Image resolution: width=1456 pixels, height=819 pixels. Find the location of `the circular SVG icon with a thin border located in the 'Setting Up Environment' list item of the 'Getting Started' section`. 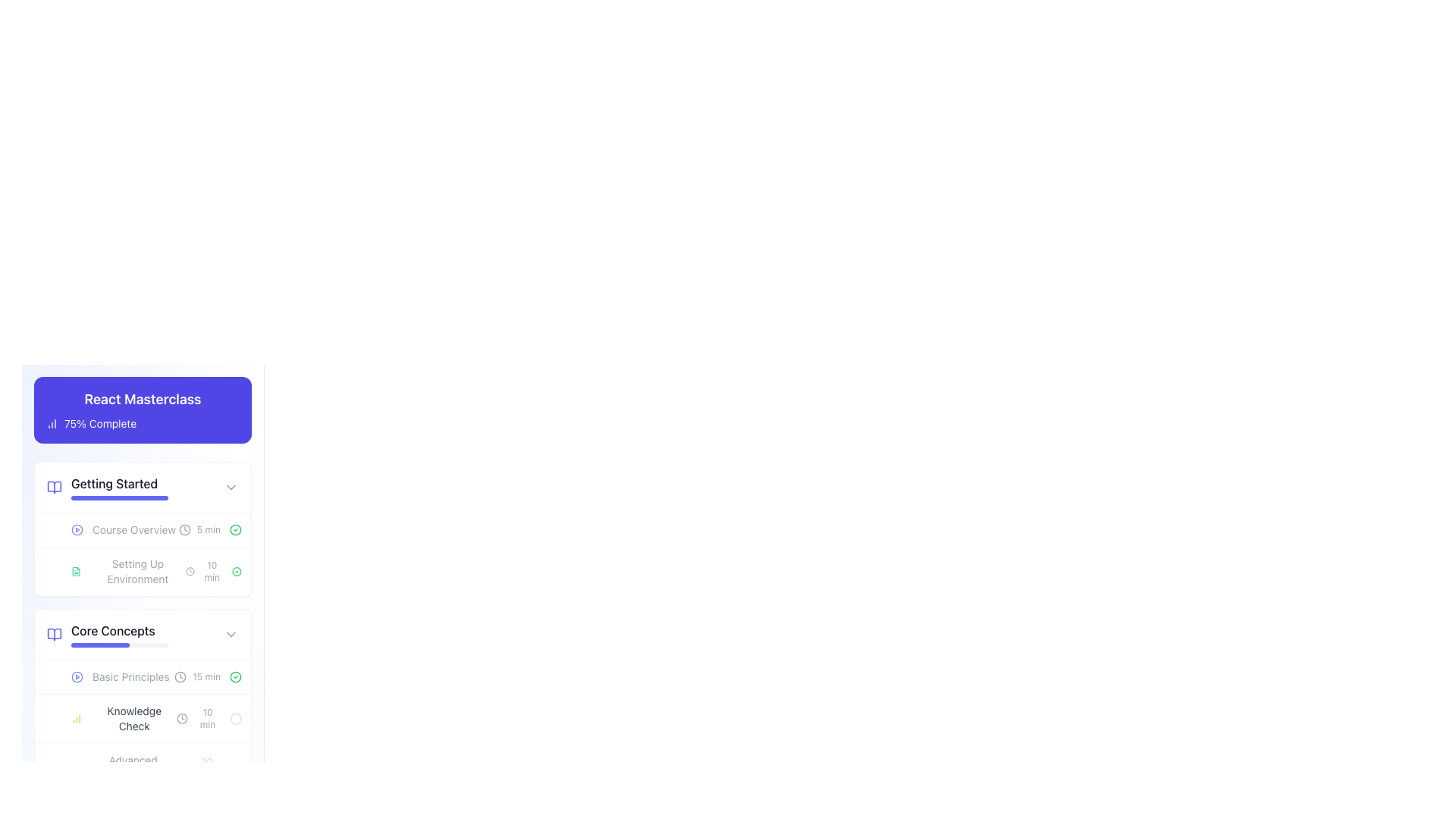

the circular SVG icon with a thin border located in the 'Setting Up Environment' list item of the 'Getting Started' section is located at coordinates (235, 529).